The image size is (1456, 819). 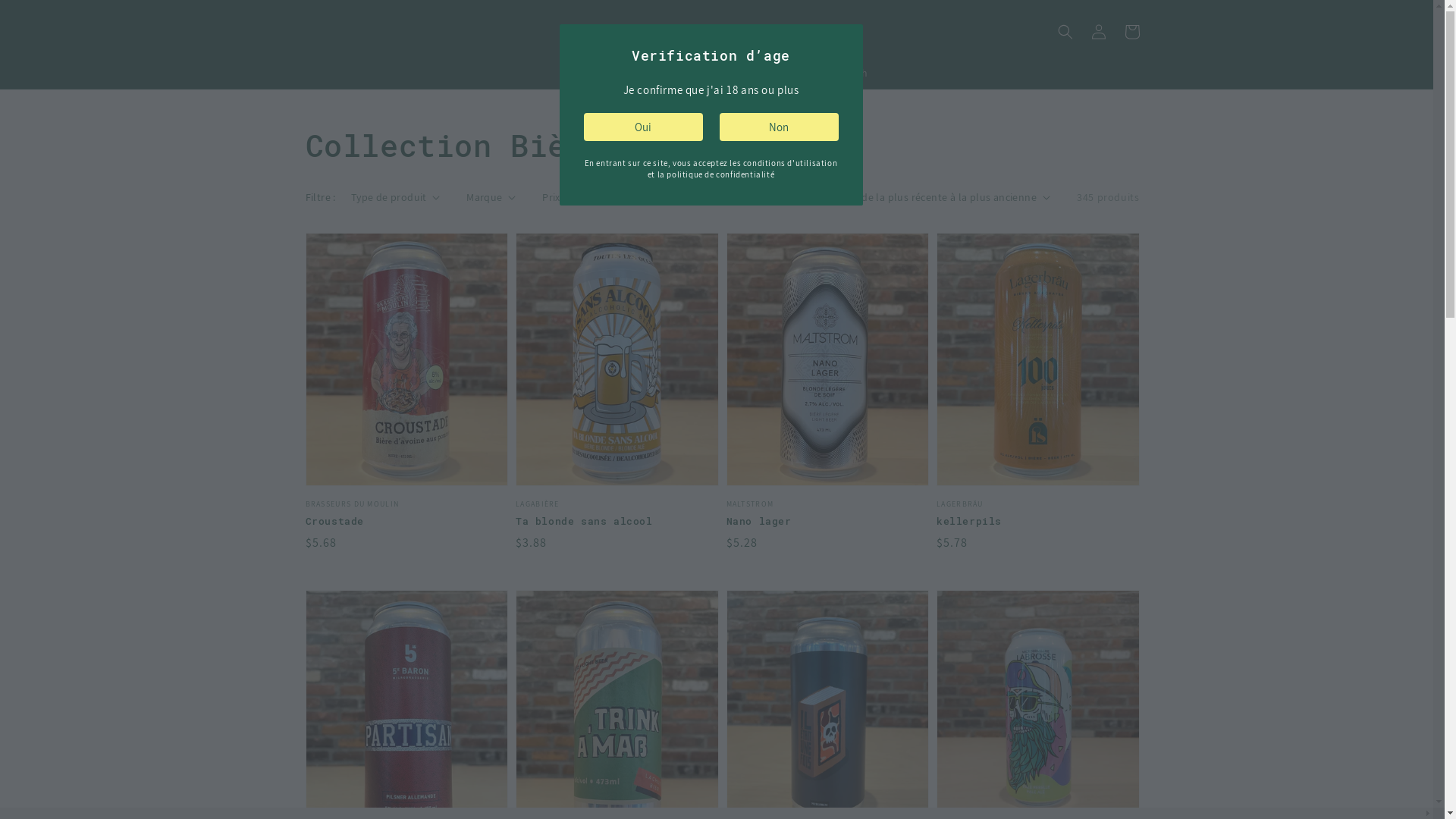 What do you see at coordinates (1098, 32) in the screenshot?
I see `'Connexion'` at bounding box center [1098, 32].